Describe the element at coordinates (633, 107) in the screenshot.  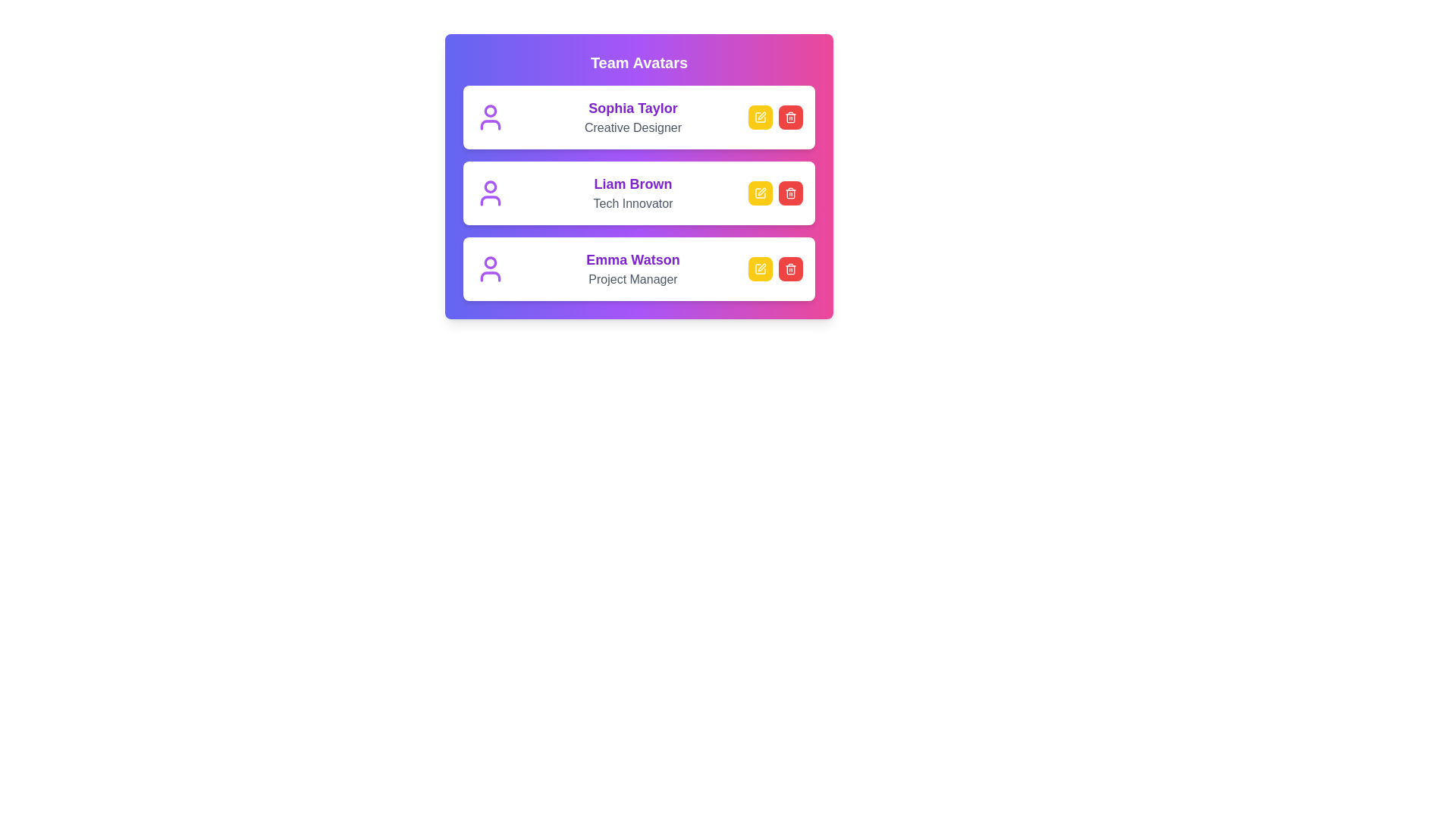
I see `text element that serves as the name label for the profile card, located in the first section of a vertical list` at that location.